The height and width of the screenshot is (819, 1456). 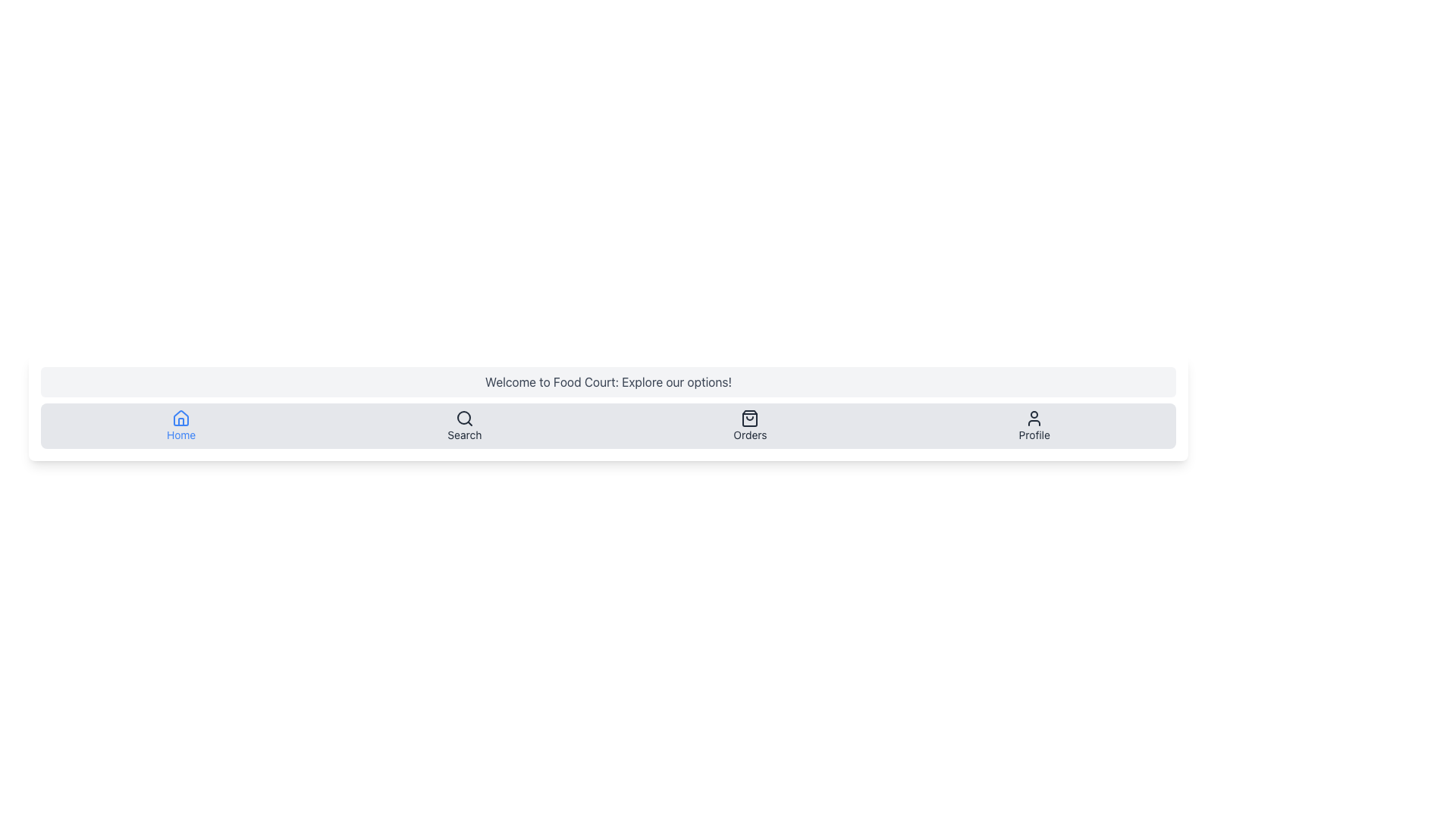 I want to click on the 'Orders' button in the navigation bar, which features a shopping bag icon and gray text, so click(x=750, y=426).